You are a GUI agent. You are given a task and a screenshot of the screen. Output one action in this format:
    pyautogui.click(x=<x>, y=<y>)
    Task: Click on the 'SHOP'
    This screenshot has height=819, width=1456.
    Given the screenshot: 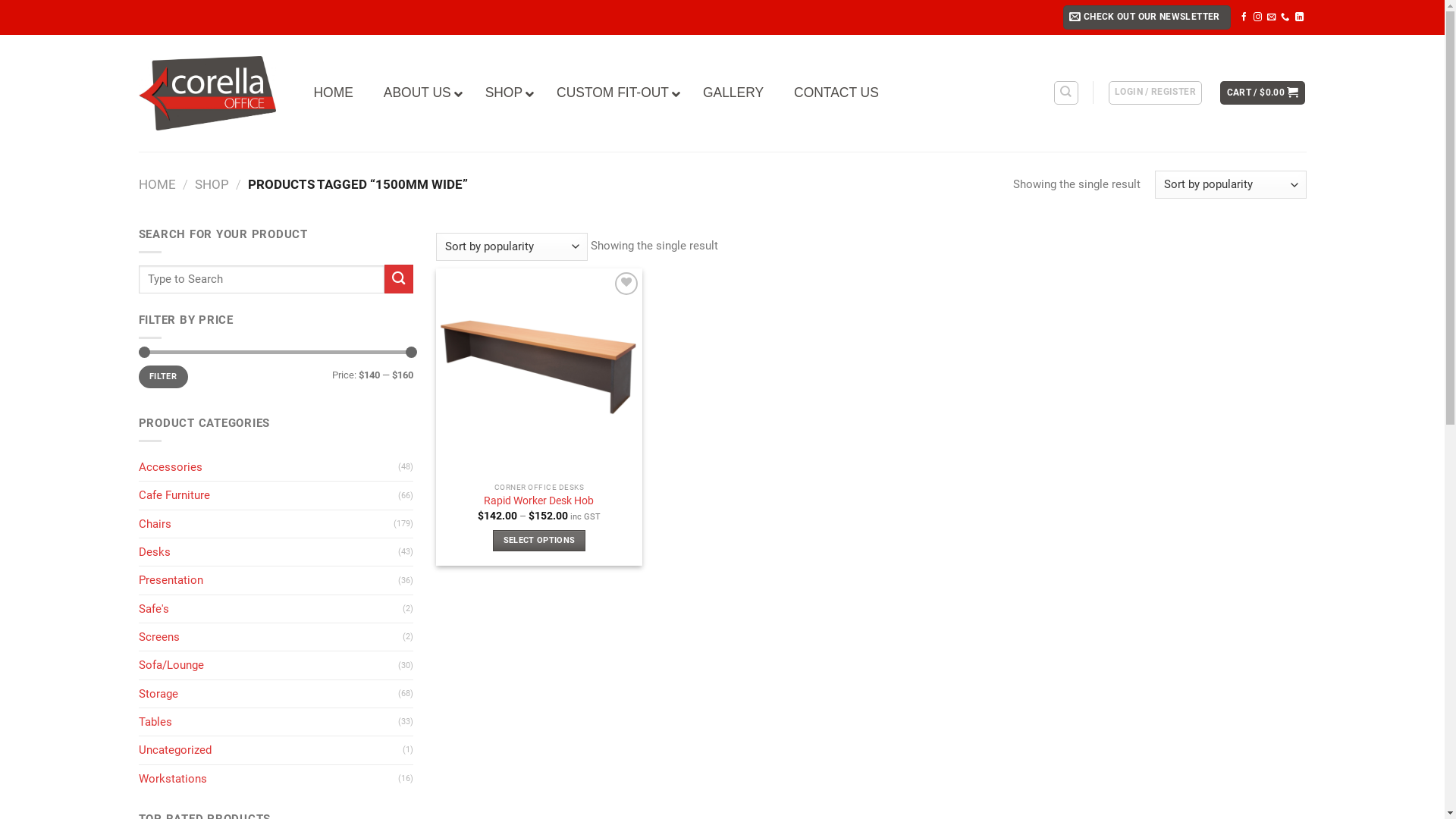 What is the action you would take?
    pyautogui.click(x=211, y=184)
    